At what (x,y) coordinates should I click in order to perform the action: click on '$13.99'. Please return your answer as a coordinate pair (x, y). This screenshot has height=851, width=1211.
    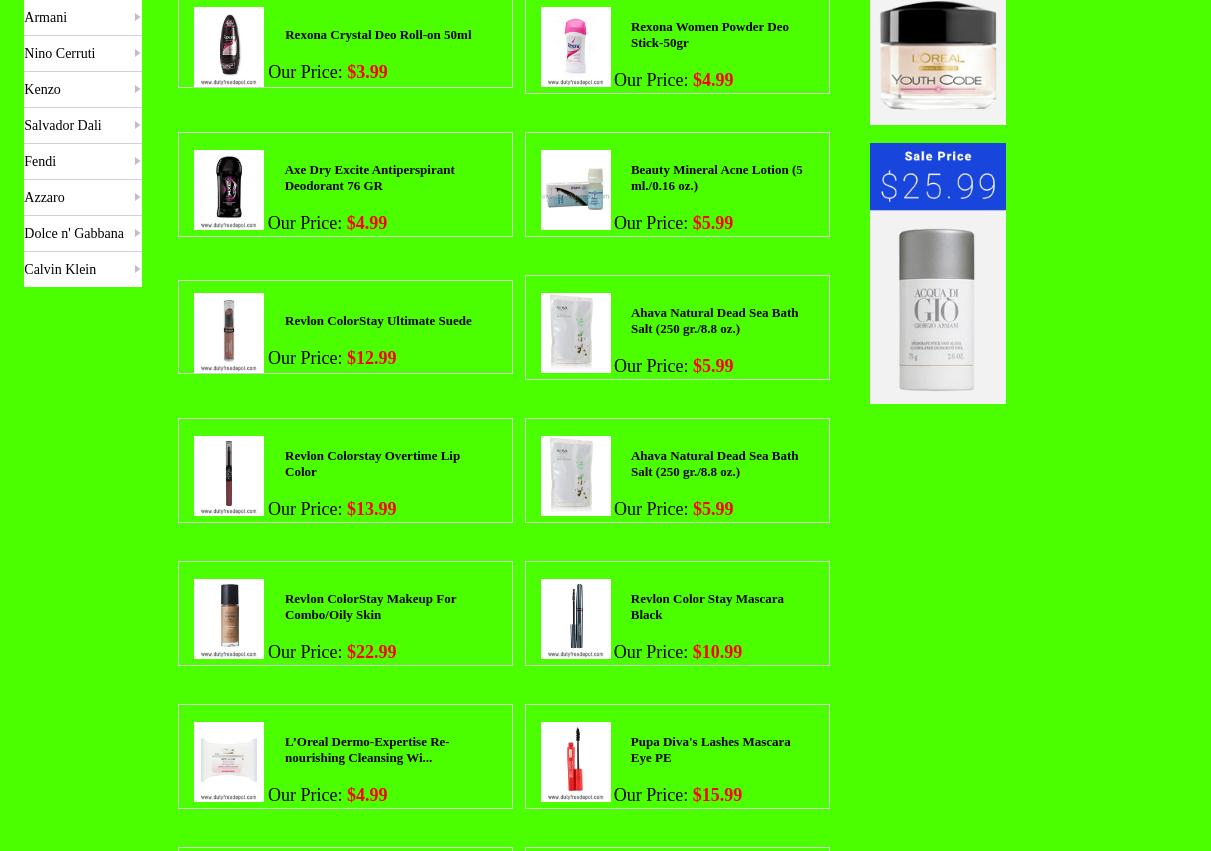
    Looking at the image, I should click on (370, 507).